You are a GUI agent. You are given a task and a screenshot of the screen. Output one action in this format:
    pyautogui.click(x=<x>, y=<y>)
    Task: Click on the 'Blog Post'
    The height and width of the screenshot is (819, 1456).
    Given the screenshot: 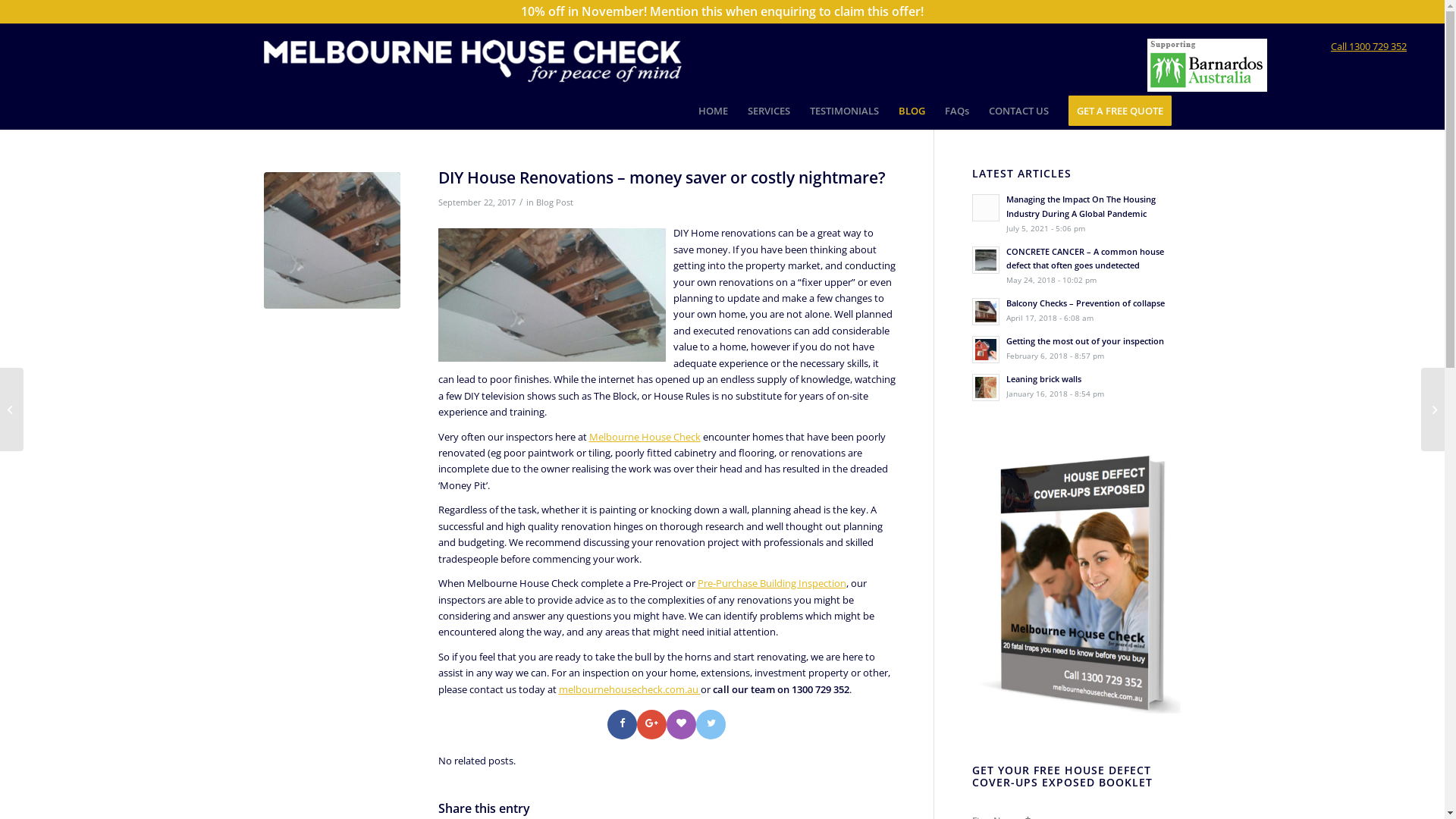 What is the action you would take?
    pyautogui.click(x=553, y=201)
    